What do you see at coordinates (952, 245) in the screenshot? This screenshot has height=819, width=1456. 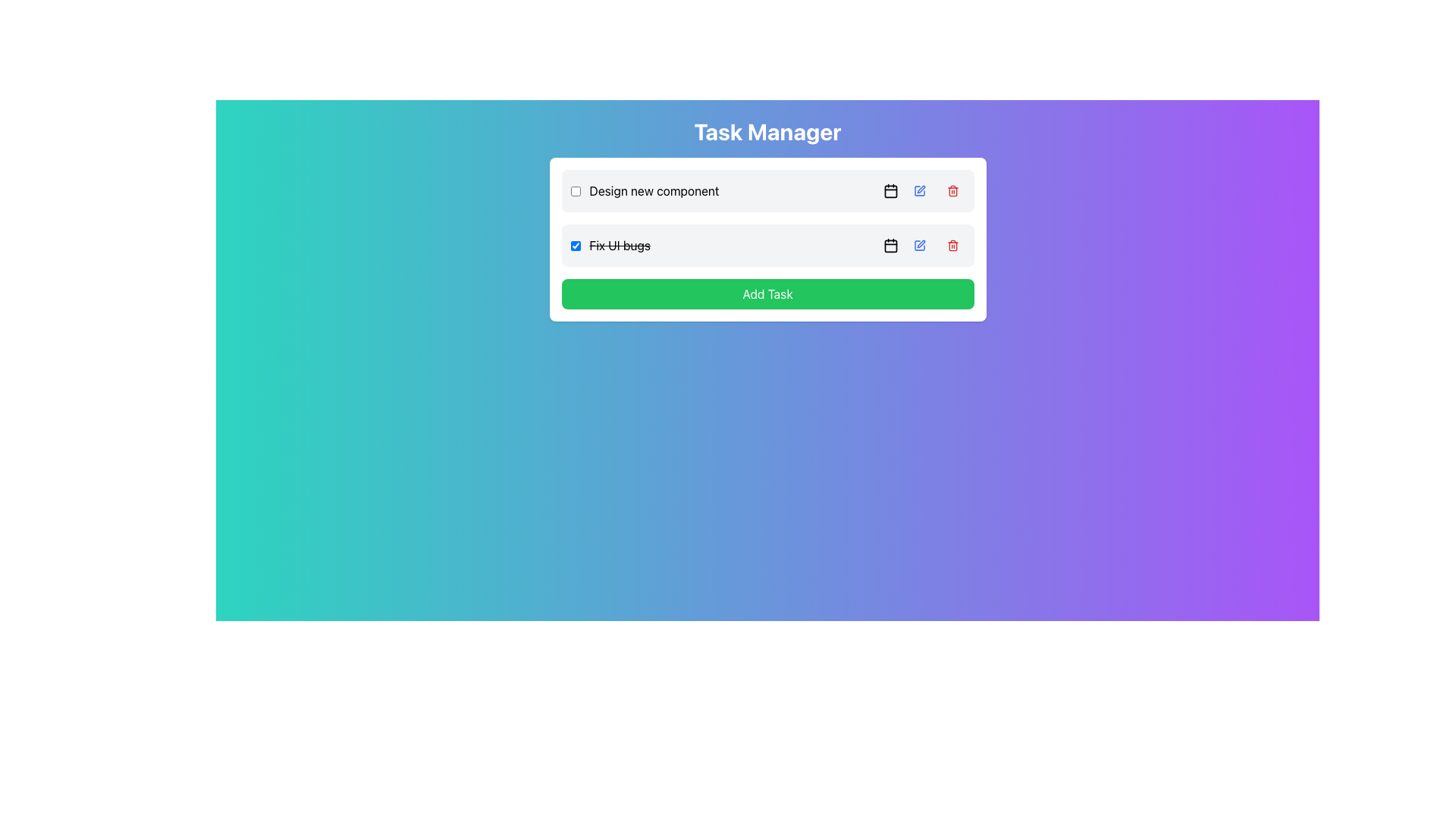 I see `the delete button represented by a trash bin icon` at bounding box center [952, 245].